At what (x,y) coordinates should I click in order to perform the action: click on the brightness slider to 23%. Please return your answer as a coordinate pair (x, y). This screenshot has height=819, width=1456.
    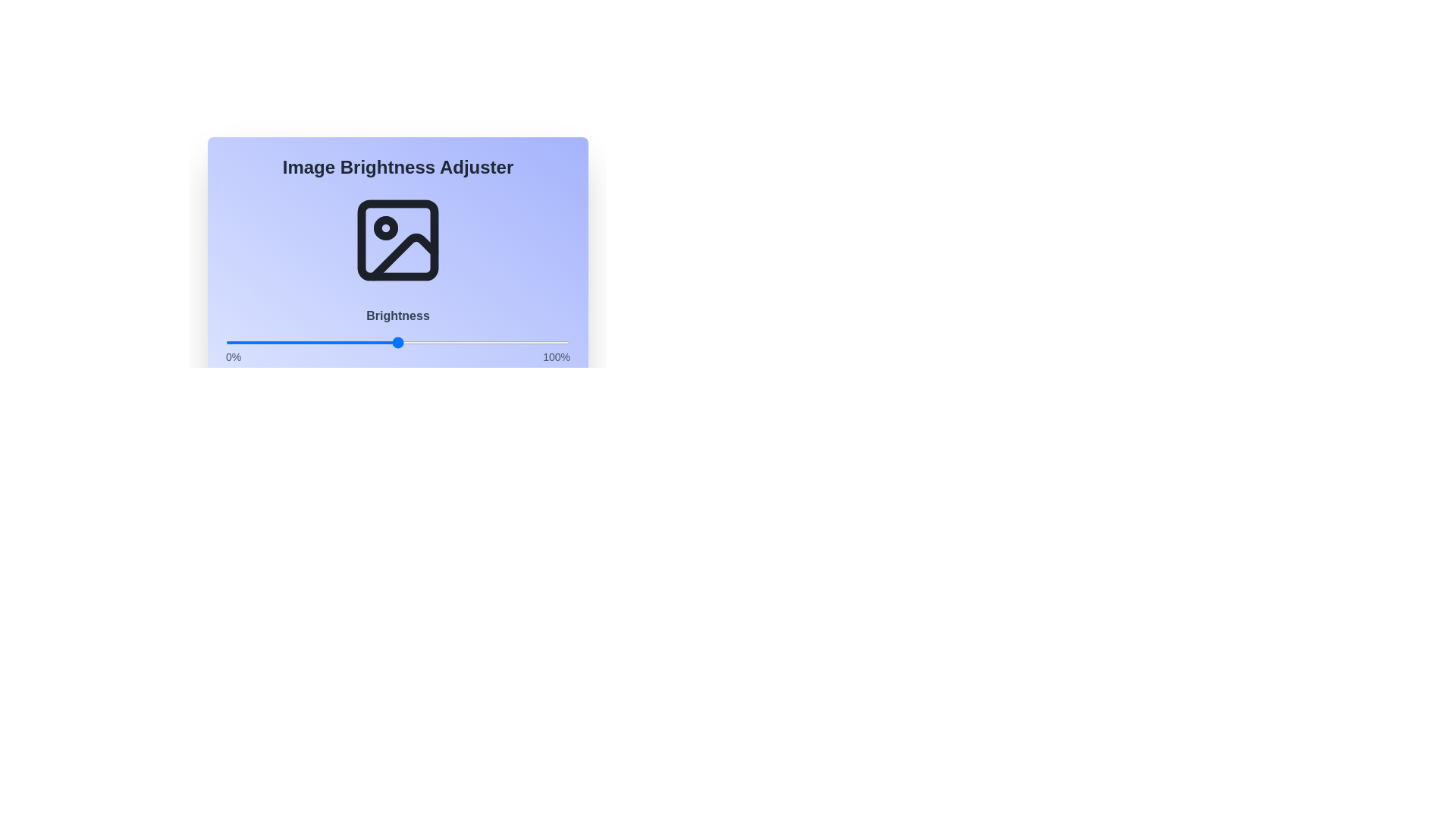
    Looking at the image, I should click on (304, 342).